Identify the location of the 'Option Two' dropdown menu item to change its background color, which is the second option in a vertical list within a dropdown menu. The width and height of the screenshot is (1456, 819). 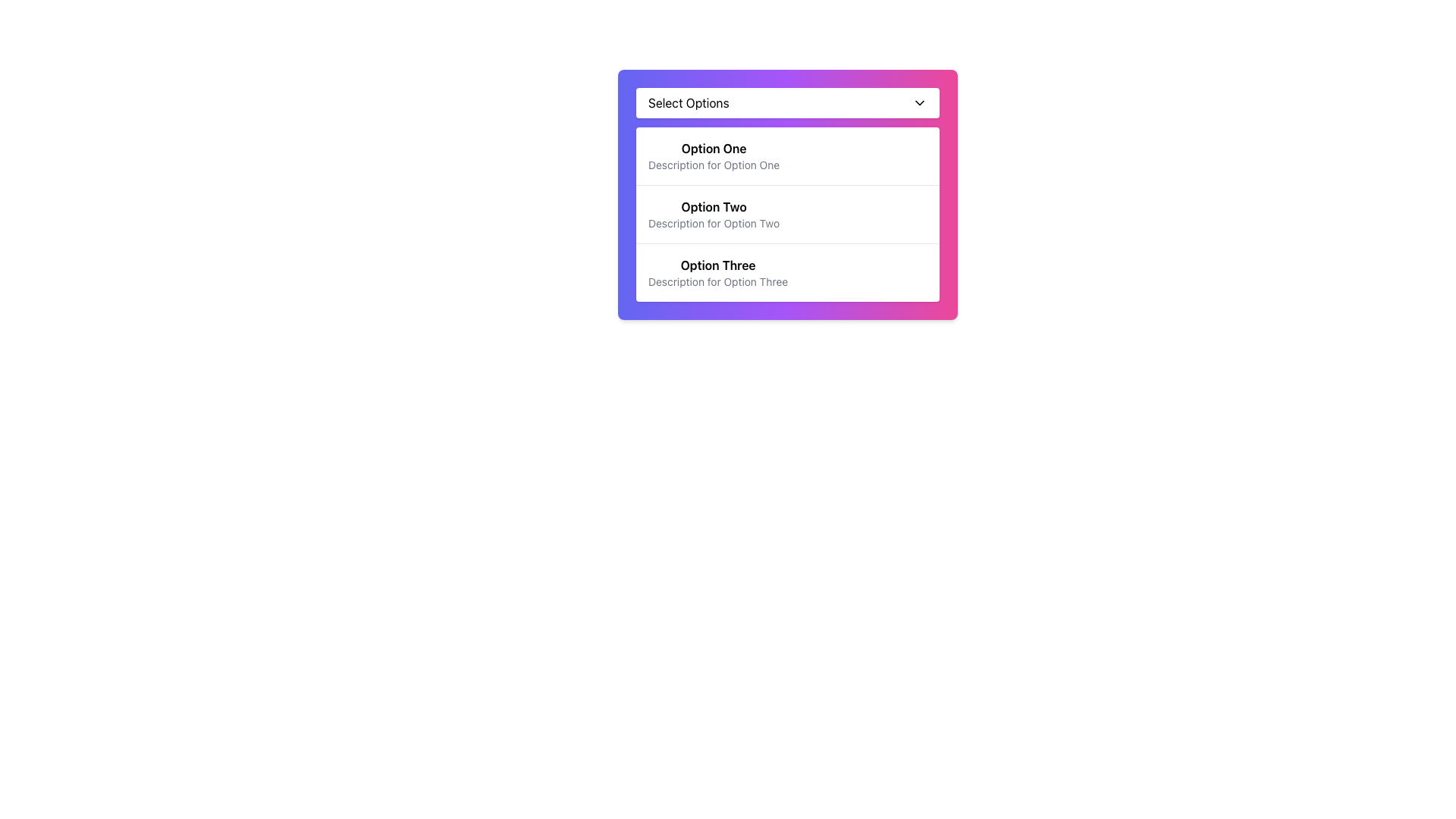
(787, 214).